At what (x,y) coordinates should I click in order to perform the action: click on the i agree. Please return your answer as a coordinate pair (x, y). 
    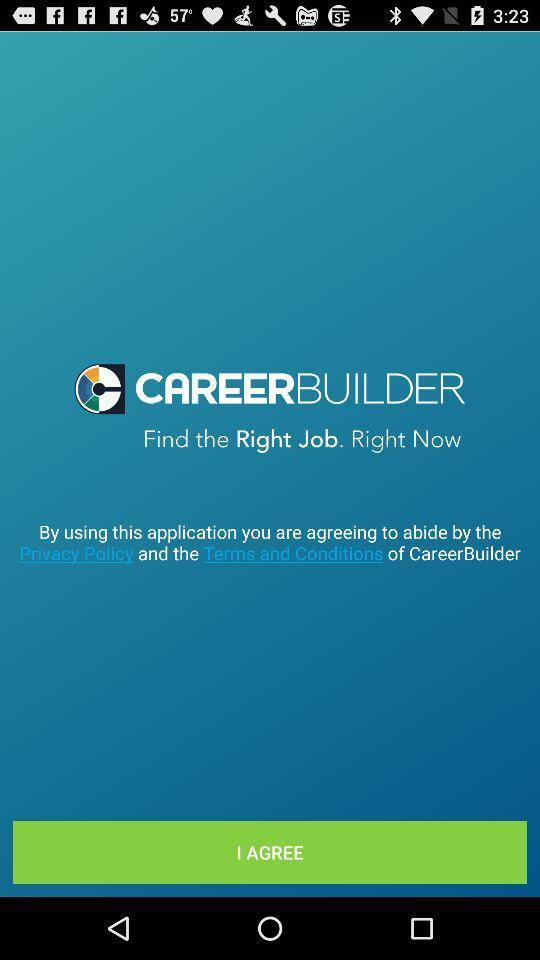
    Looking at the image, I should click on (270, 851).